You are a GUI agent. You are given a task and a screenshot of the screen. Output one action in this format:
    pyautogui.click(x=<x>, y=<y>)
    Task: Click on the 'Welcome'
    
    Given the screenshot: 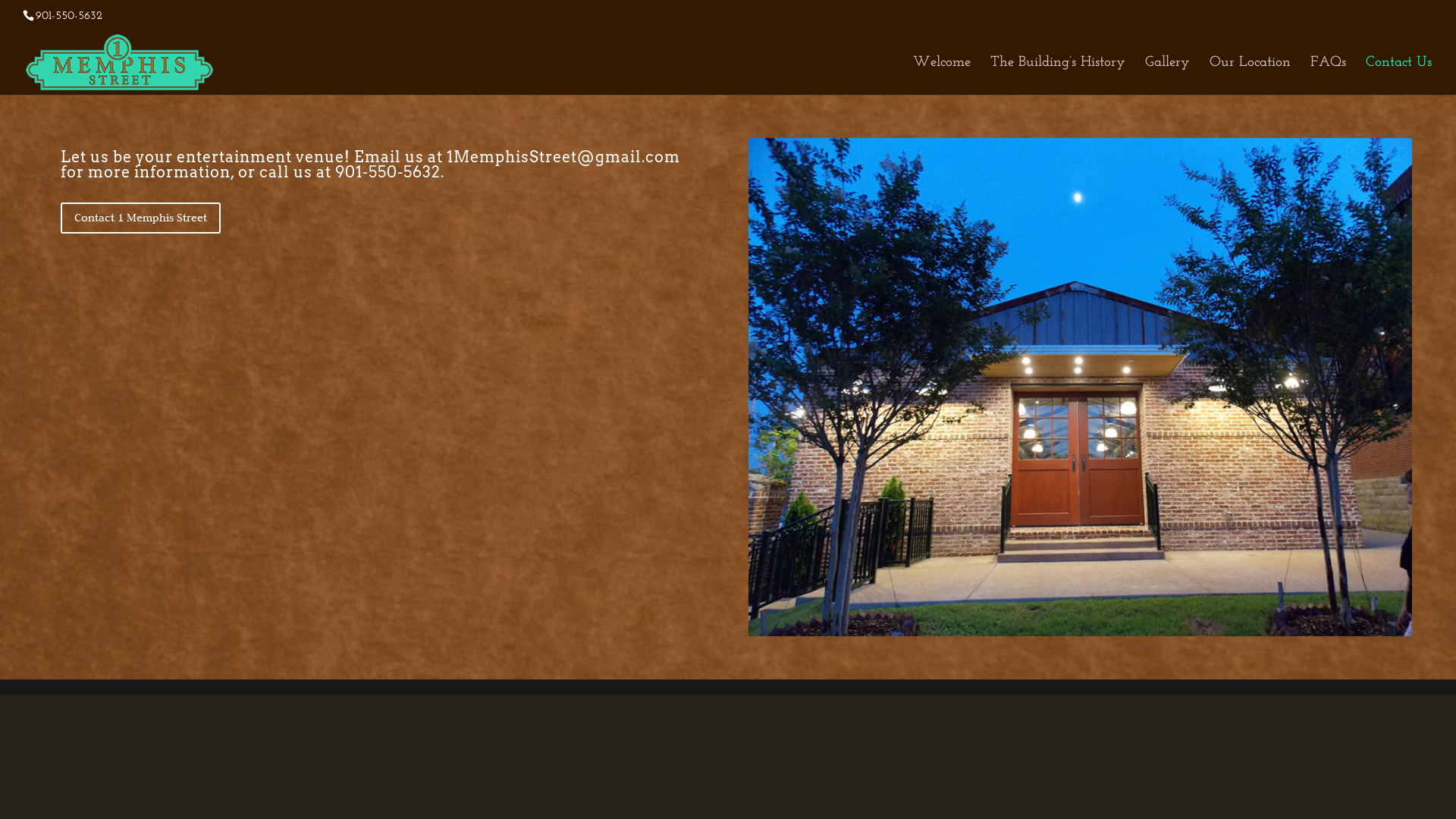 What is the action you would take?
    pyautogui.click(x=941, y=76)
    